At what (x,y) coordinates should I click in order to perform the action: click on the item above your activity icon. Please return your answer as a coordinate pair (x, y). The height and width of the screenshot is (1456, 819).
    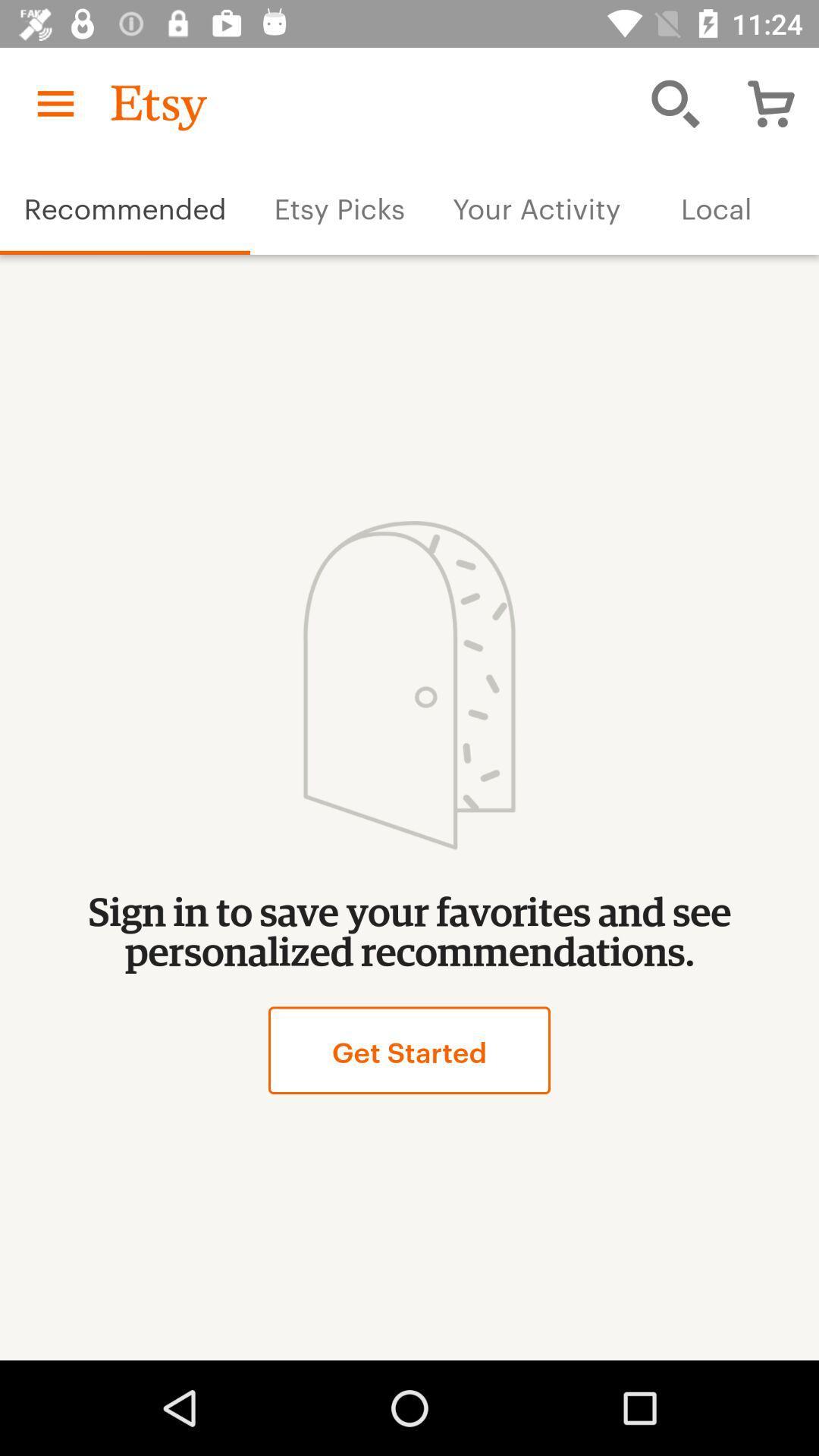
    Looking at the image, I should click on (675, 102).